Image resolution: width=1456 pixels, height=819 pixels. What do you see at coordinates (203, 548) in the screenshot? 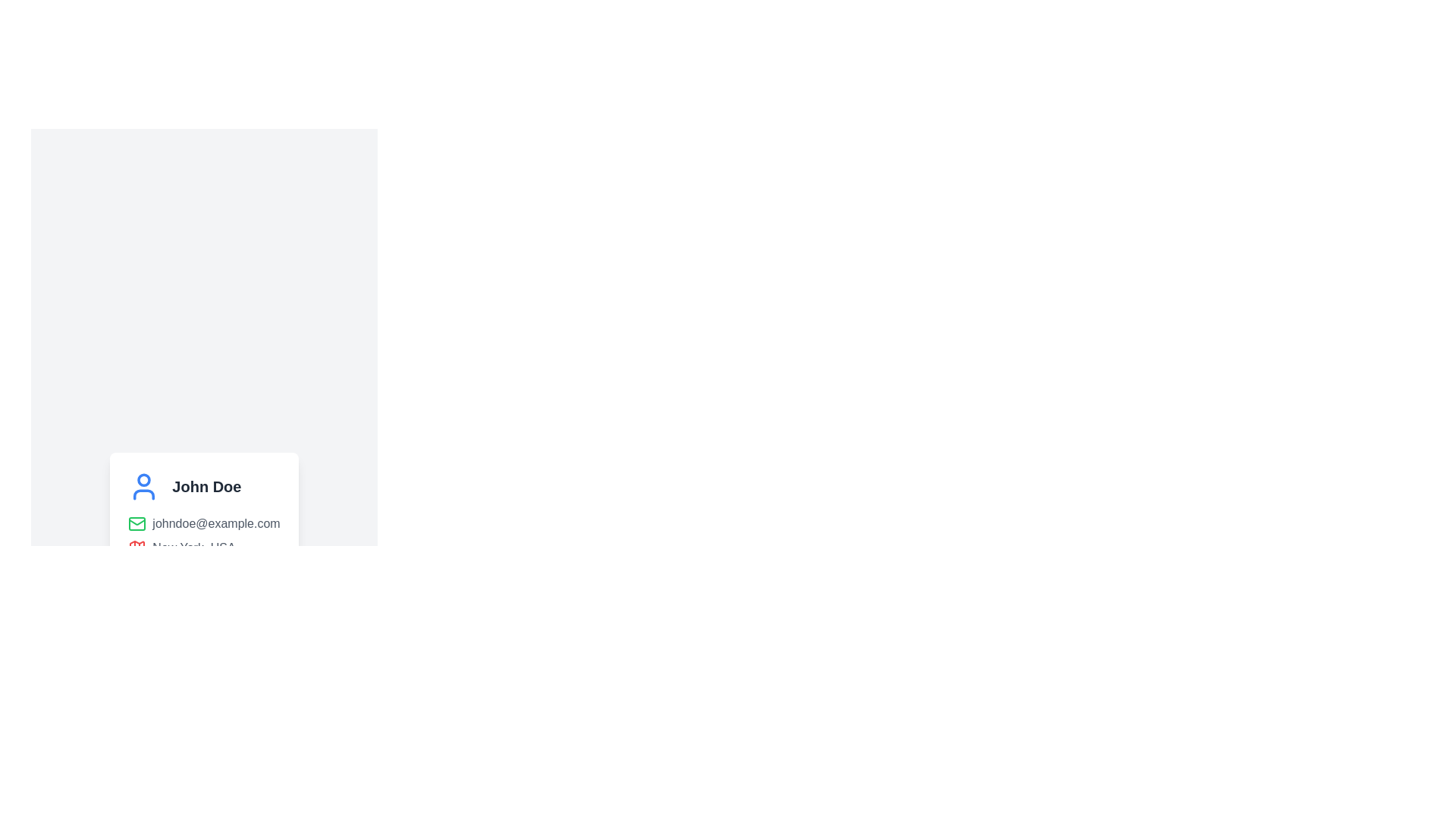
I see `informational label representing 'New York, USA', located at the bottom section of a card-like structure, beneath the email detail section` at bounding box center [203, 548].